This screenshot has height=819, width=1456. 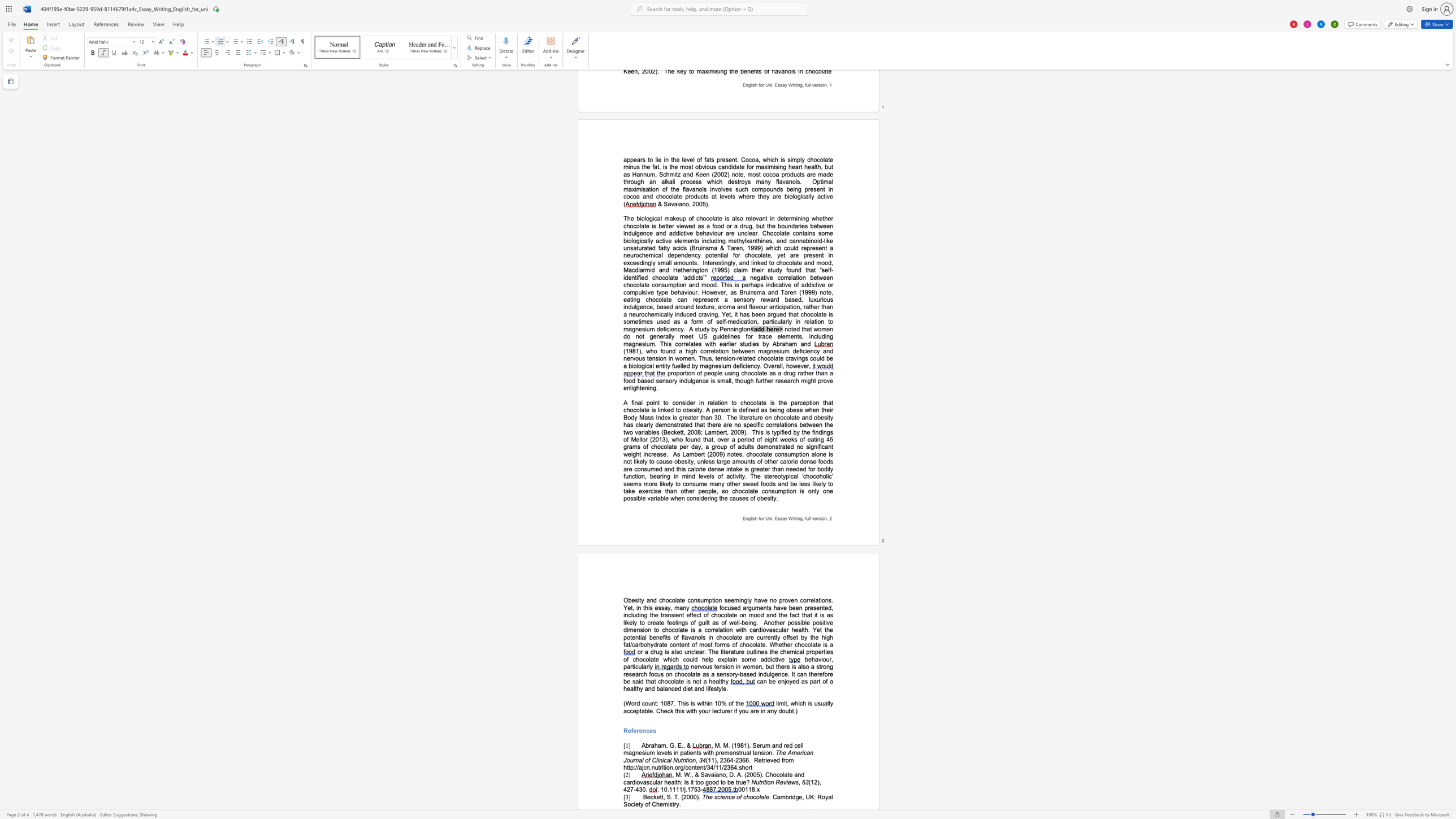 What do you see at coordinates (746, 768) in the screenshot?
I see `the 5th character "o" in the text` at bounding box center [746, 768].